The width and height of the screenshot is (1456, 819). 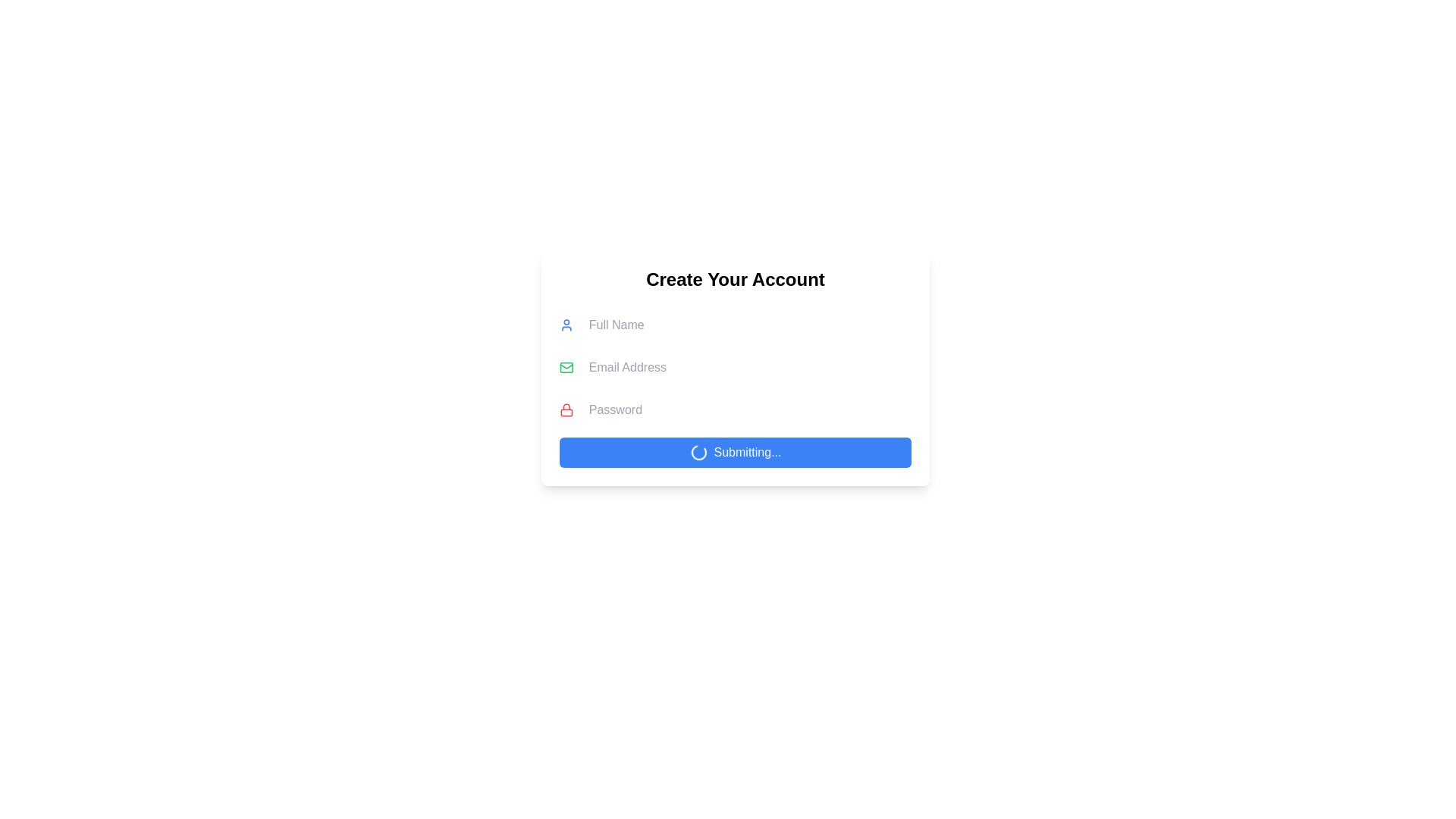 What do you see at coordinates (566, 324) in the screenshot?
I see `the user profile icon, which is styled with a blue fill and located to the left of the 'Full Name' text input field in the 'Create Your Account' form` at bounding box center [566, 324].